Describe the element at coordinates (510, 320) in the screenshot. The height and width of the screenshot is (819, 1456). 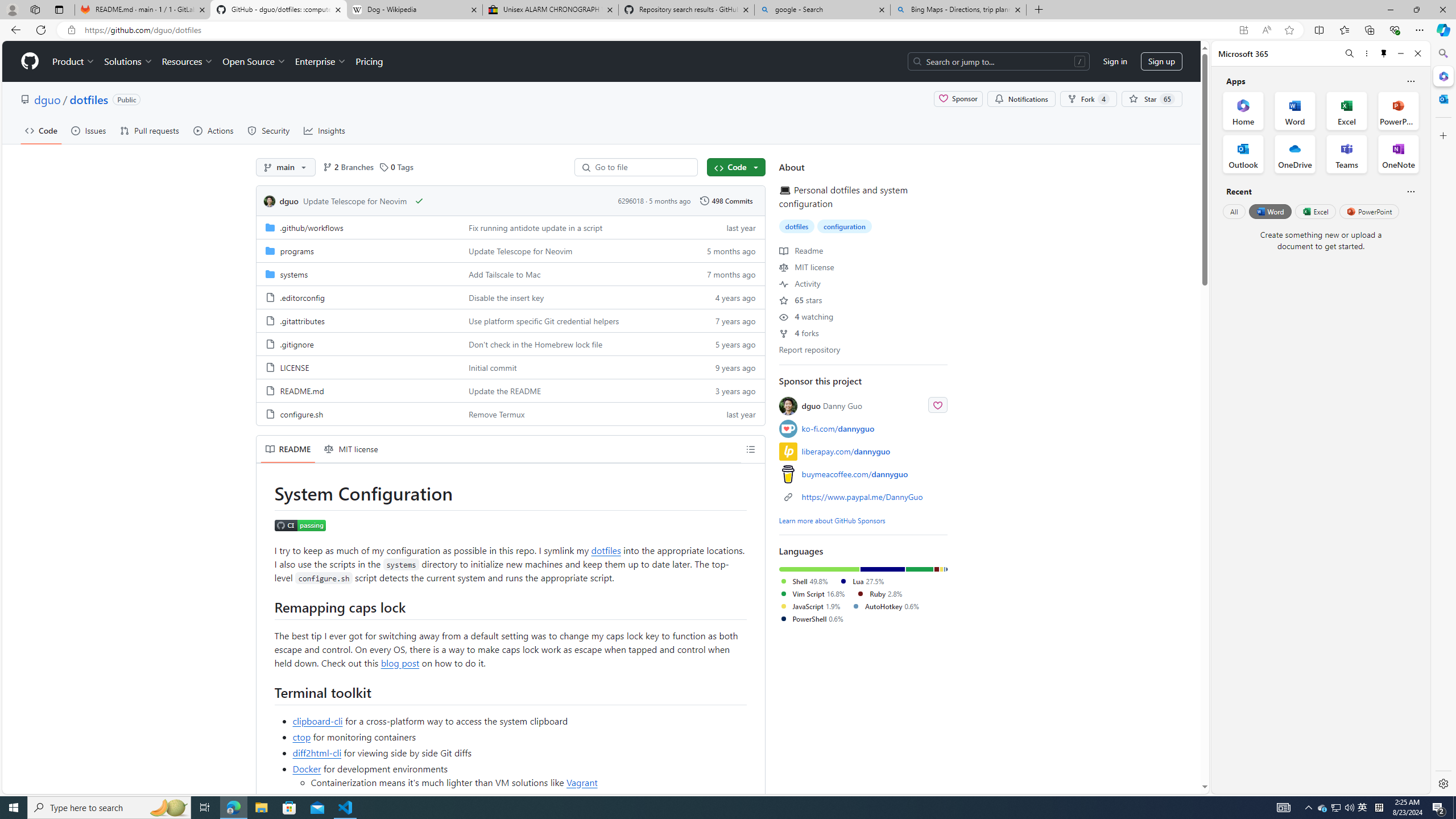
I see `'AutomationID: folder-row-4'` at that location.